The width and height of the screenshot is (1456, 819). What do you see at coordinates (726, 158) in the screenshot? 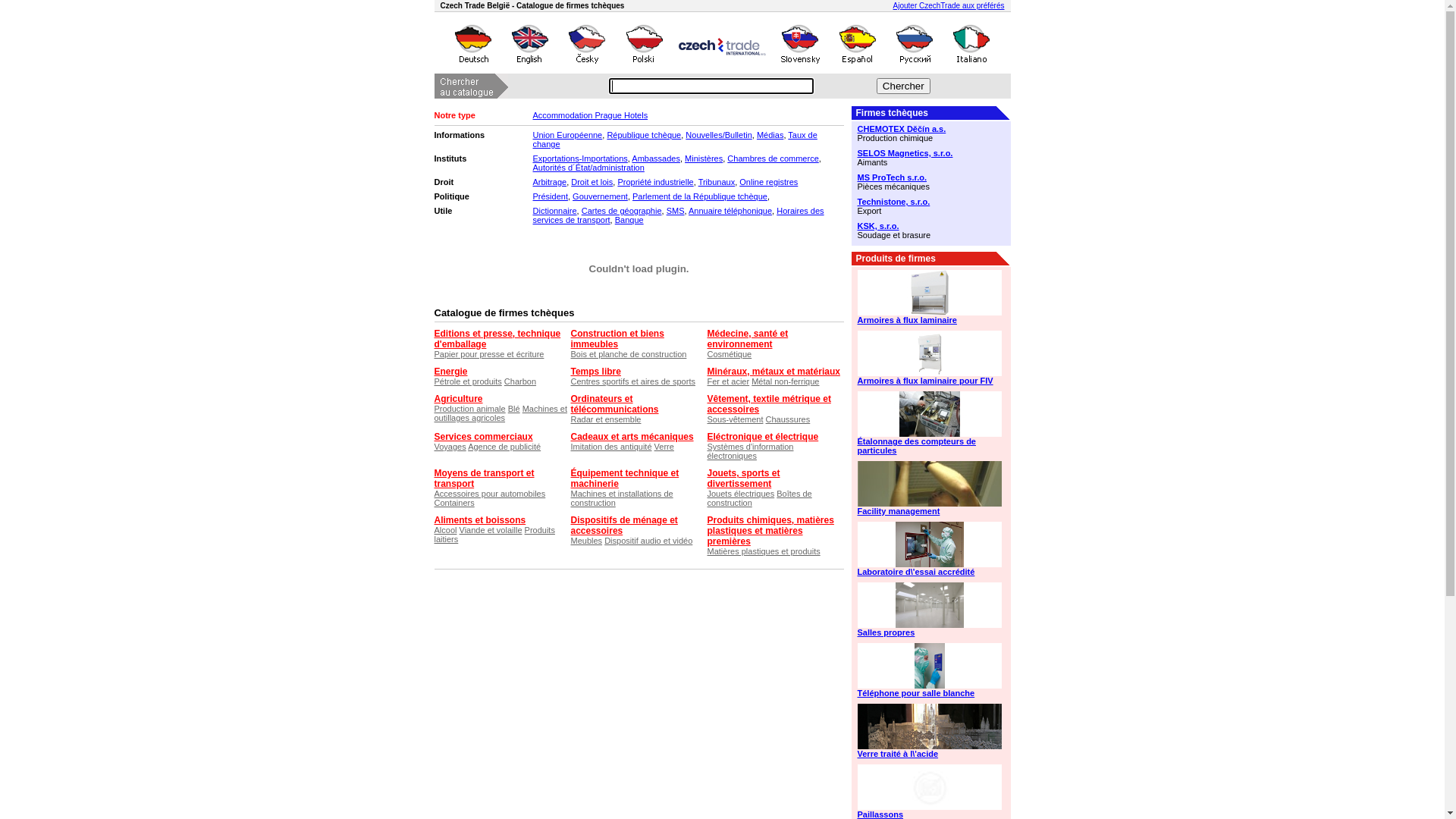
I see `'Chambres de commerce'` at bounding box center [726, 158].